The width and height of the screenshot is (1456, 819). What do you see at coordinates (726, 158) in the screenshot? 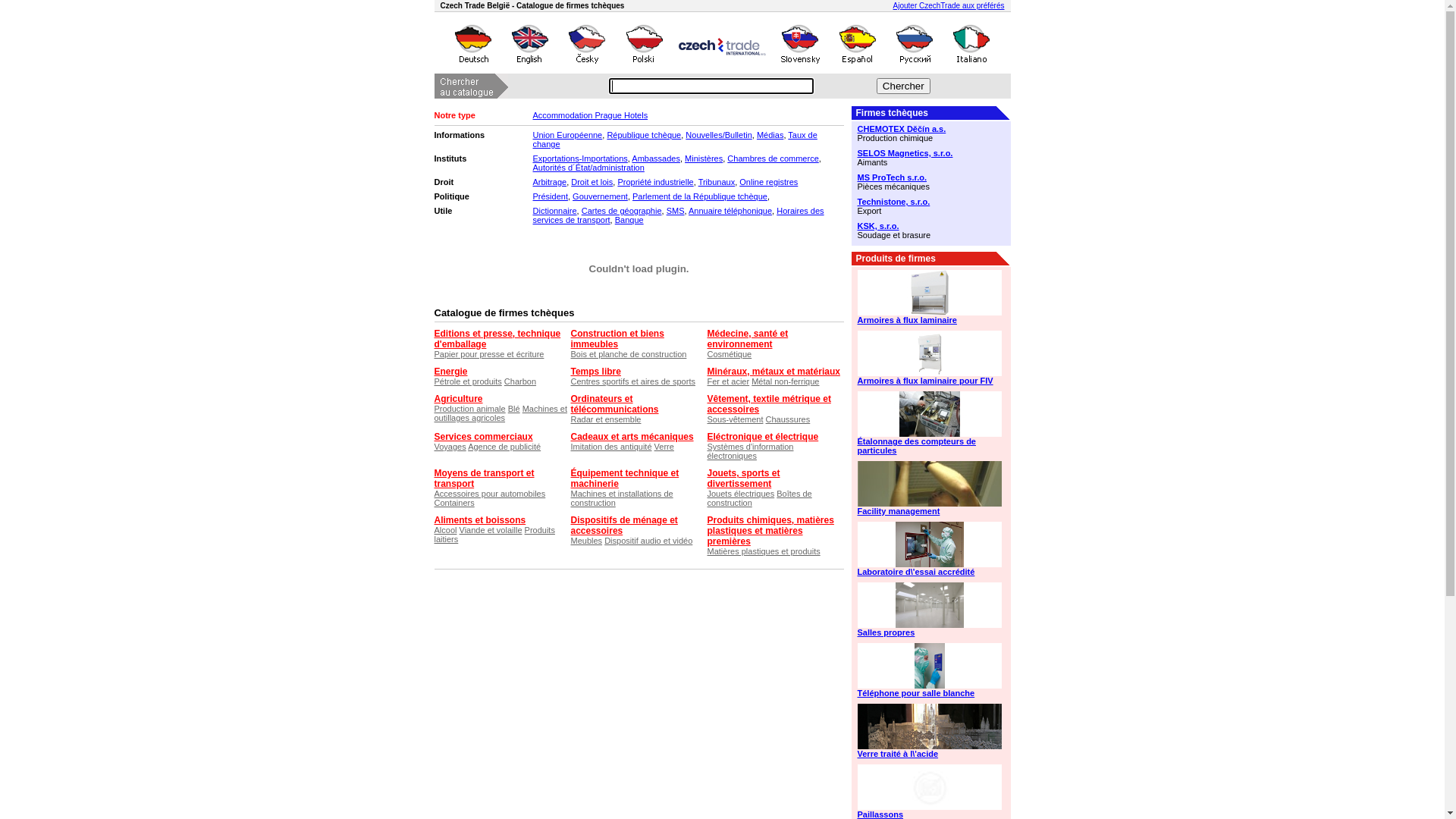
I see `'Chambres de commerce'` at bounding box center [726, 158].